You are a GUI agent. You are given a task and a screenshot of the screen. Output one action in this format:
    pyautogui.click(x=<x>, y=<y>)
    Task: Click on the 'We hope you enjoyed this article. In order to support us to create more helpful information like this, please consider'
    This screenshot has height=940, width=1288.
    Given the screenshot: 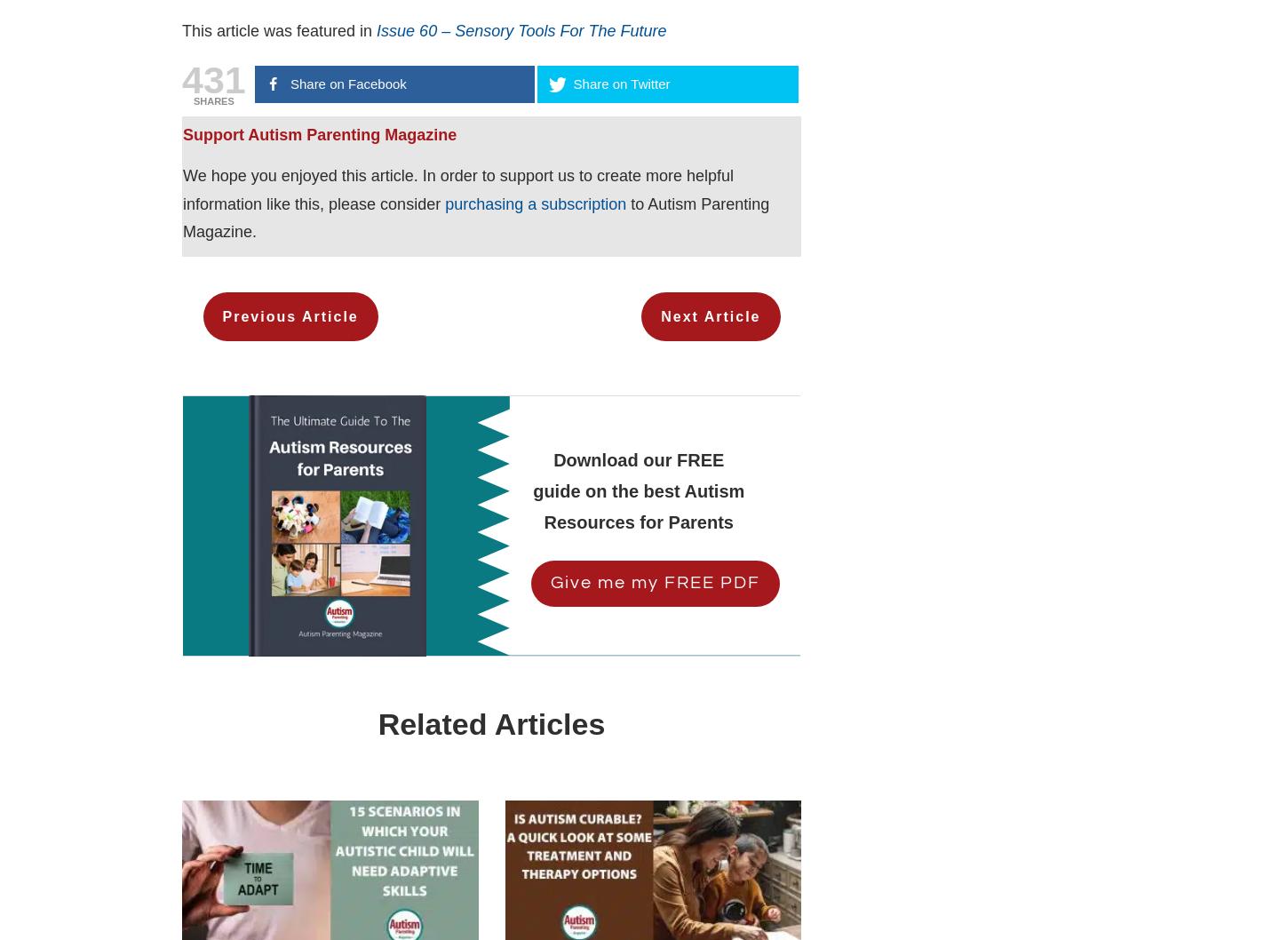 What is the action you would take?
    pyautogui.click(x=182, y=189)
    